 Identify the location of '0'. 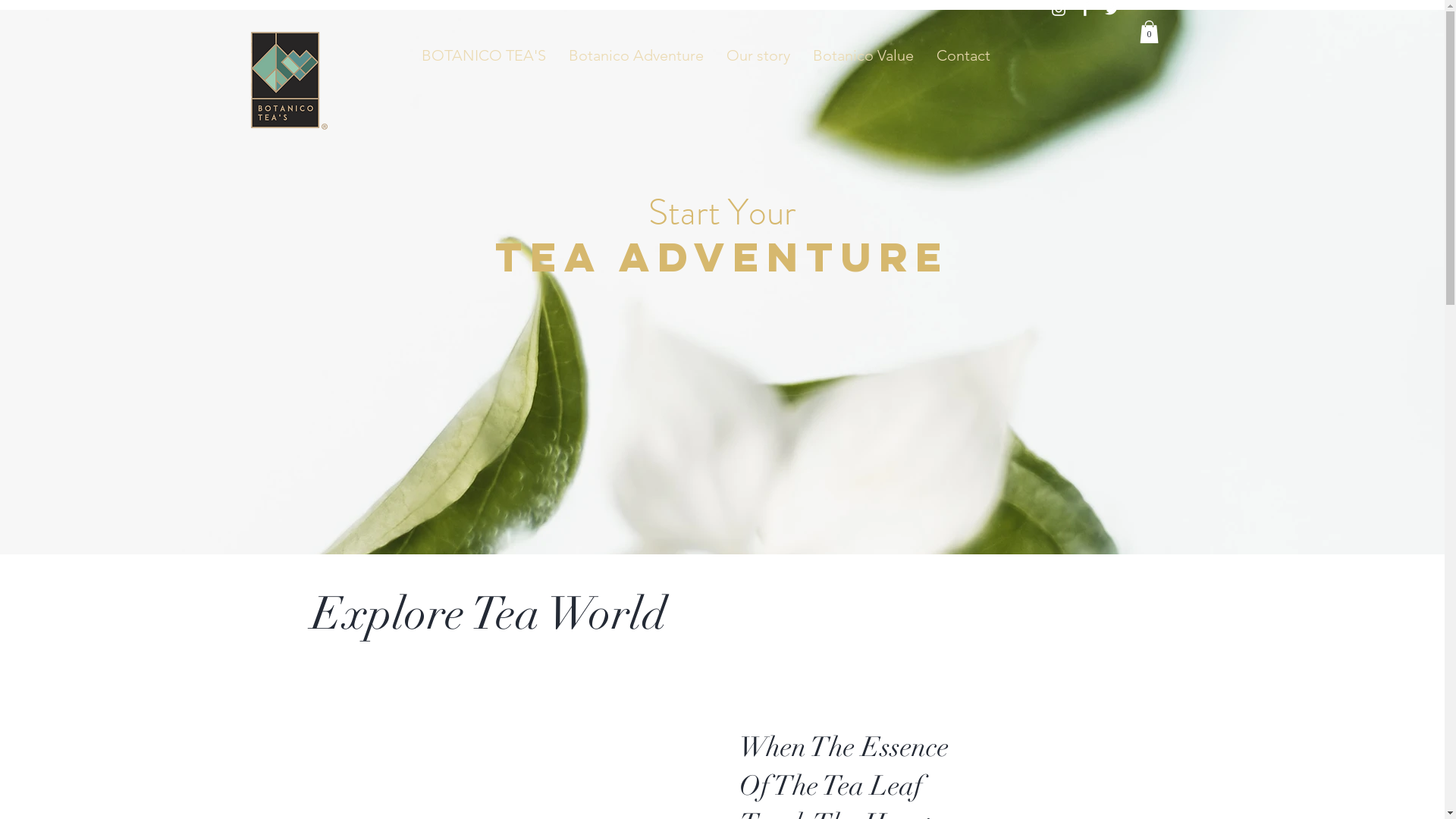
(1148, 32).